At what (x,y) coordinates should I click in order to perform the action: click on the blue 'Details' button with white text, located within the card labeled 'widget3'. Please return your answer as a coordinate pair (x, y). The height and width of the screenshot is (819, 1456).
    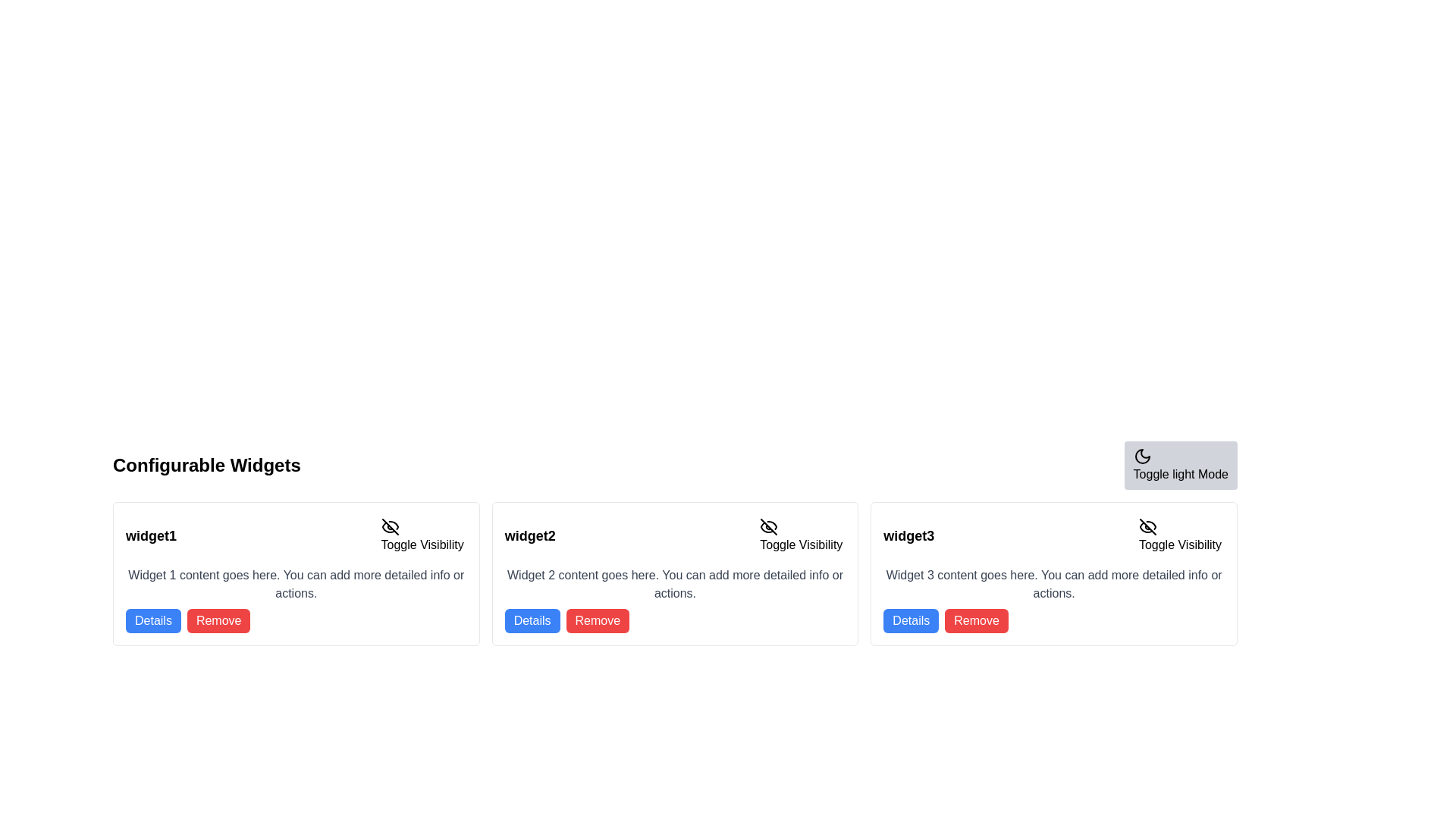
    Looking at the image, I should click on (910, 620).